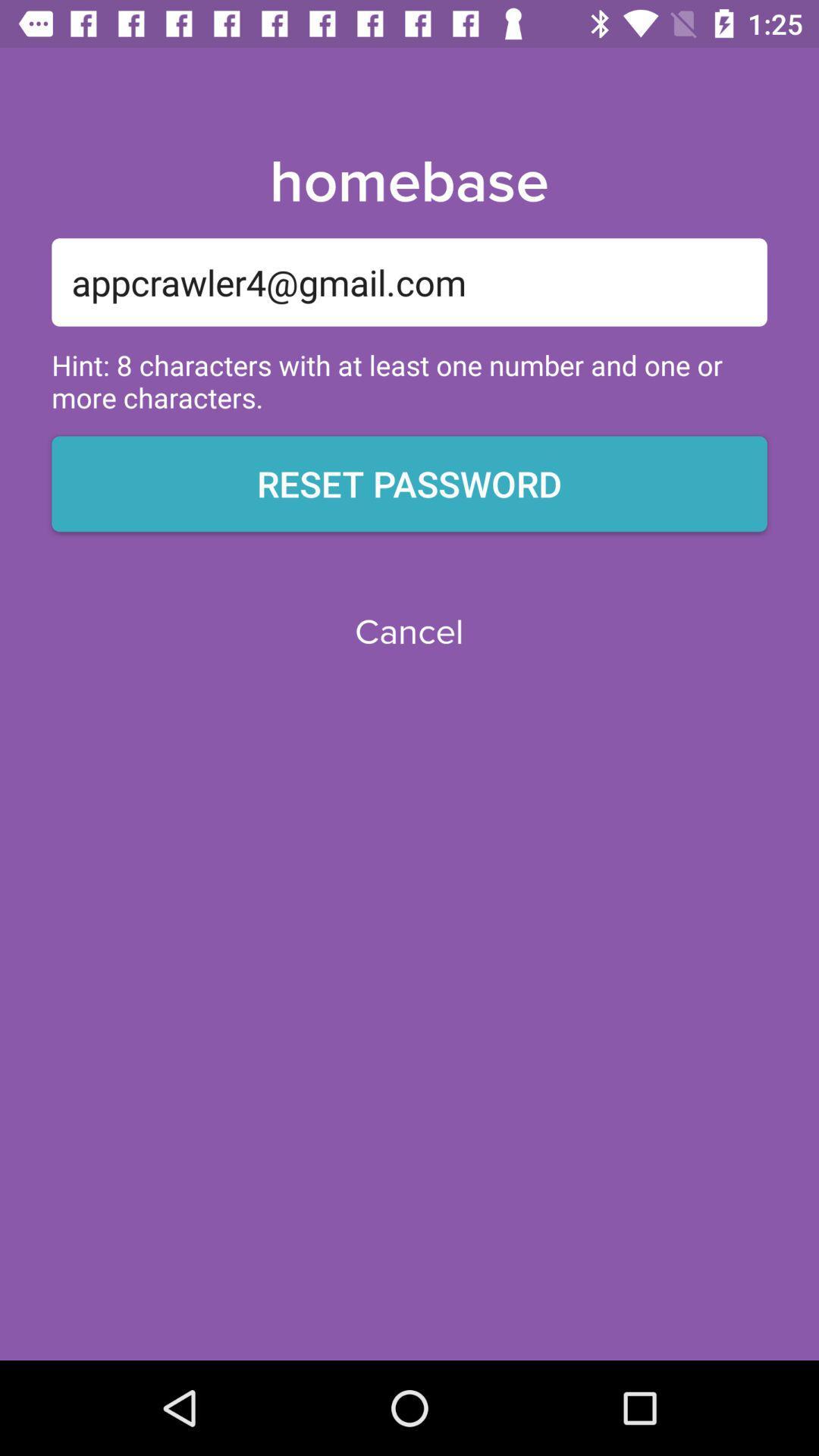  What do you see at coordinates (408, 632) in the screenshot?
I see `the item below reset password icon` at bounding box center [408, 632].